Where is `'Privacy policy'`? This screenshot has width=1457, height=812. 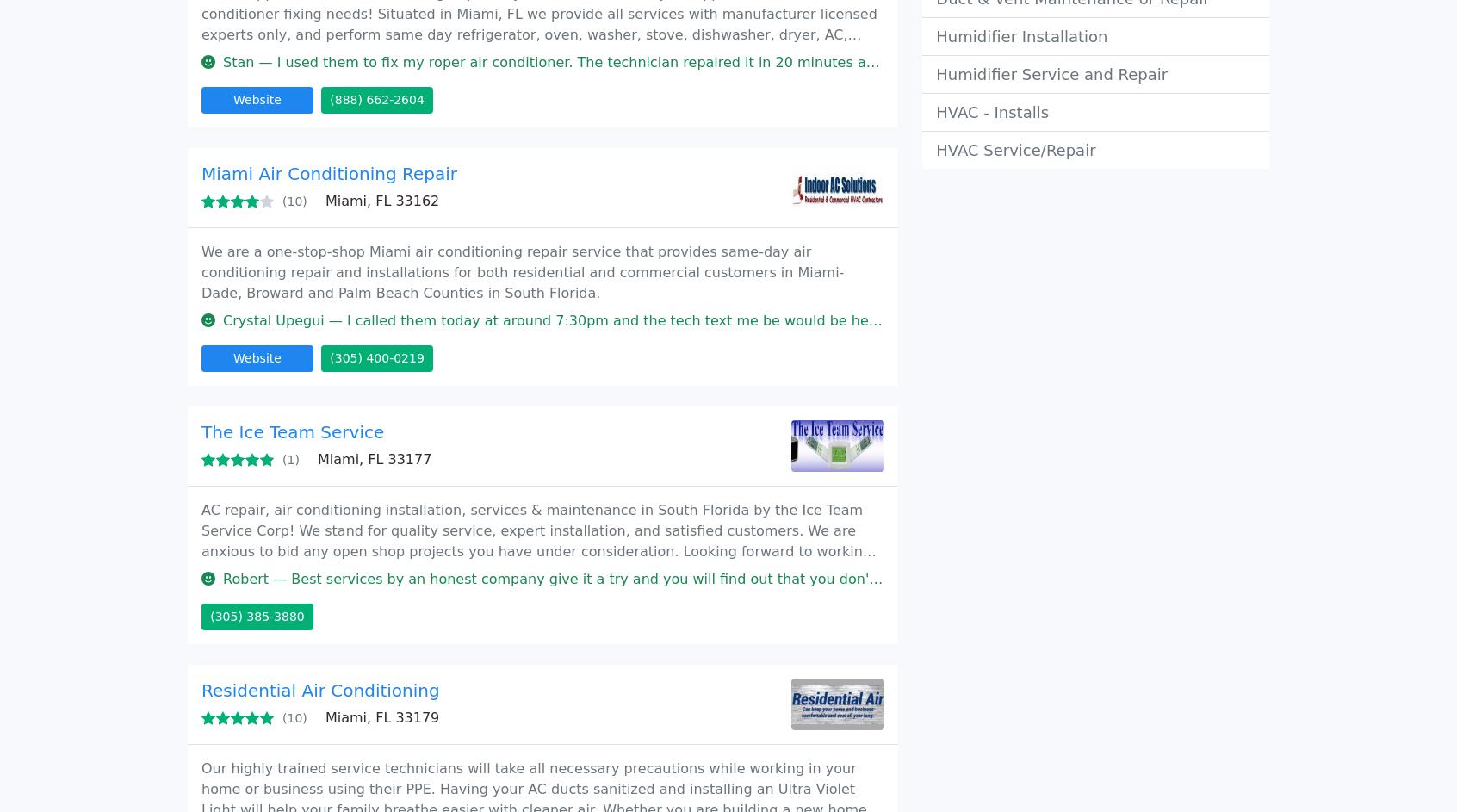
'Privacy policy' is located at coordinates (1158, 85).